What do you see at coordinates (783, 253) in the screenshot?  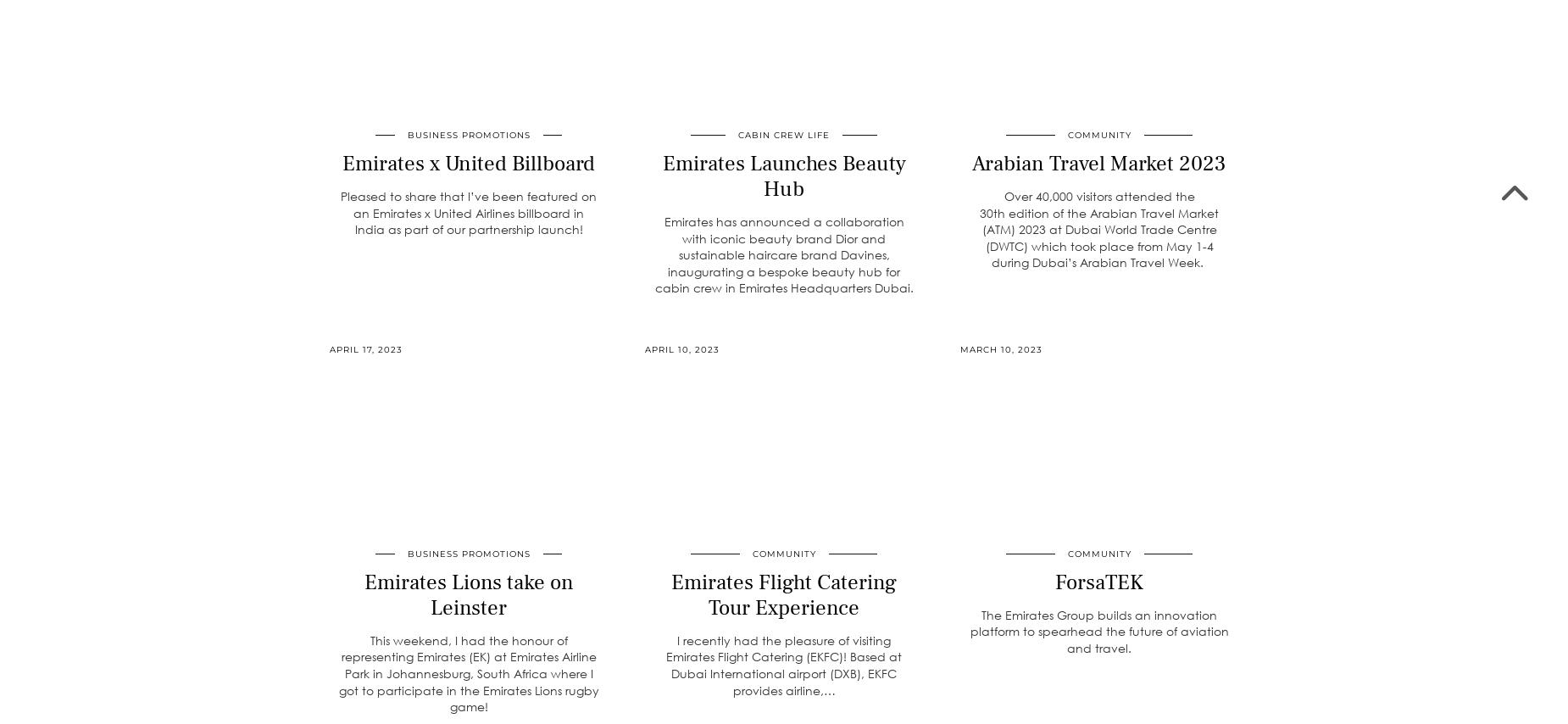 I see `'Emirates has announced a collaboration with iconic beauty brand Dior and sustainable haircare brand Davines, inaugurating a bespoke beauty hub for cabin crew in Emirates Headquarters Dubai.'` at bounding box center [783, 253].